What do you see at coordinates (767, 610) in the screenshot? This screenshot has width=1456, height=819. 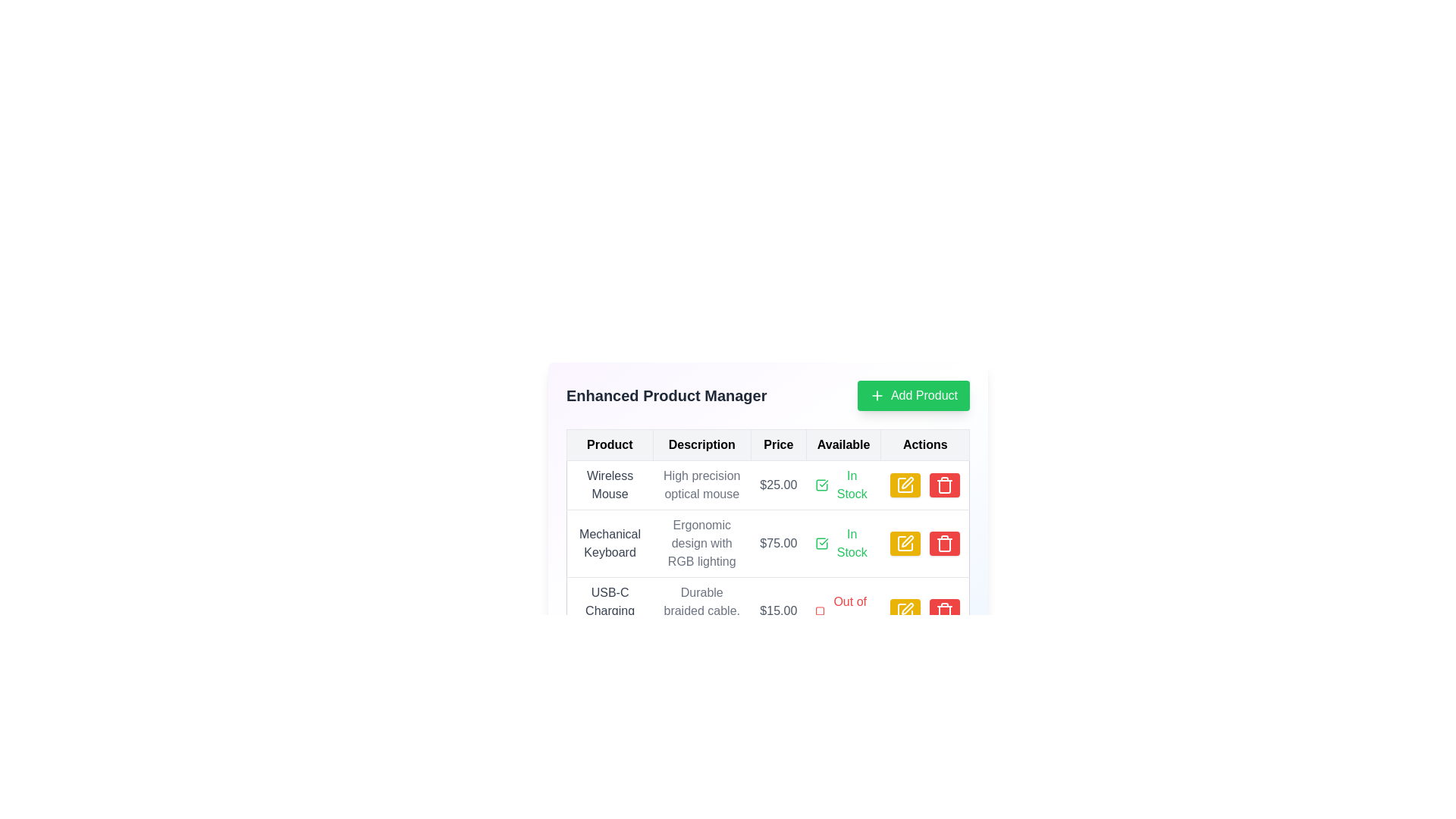 I see `information displayed in the List Item for 'USB-C Charging Cable', which includes its description, price of $15.00, and the 'Out of Stock' status marked in red text` at bounding box center [767, 610].